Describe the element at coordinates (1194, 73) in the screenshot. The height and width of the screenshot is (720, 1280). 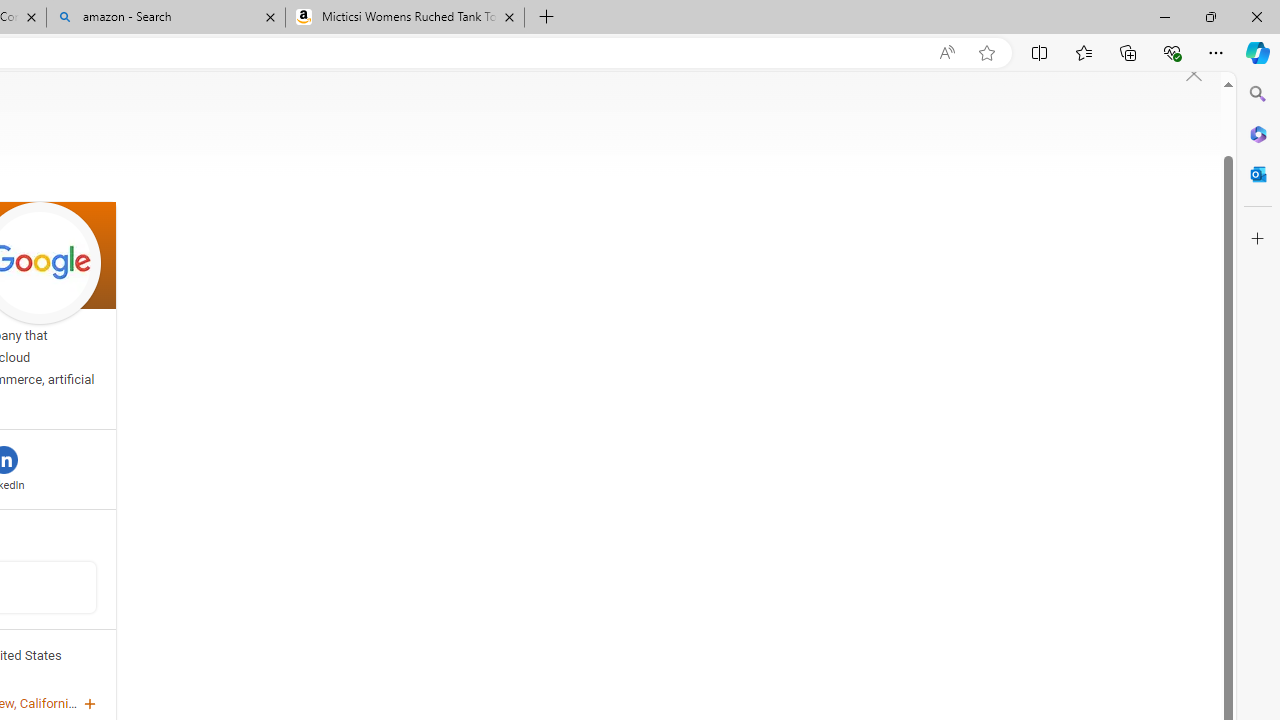
I see `'Class: rms_img'` at that location.